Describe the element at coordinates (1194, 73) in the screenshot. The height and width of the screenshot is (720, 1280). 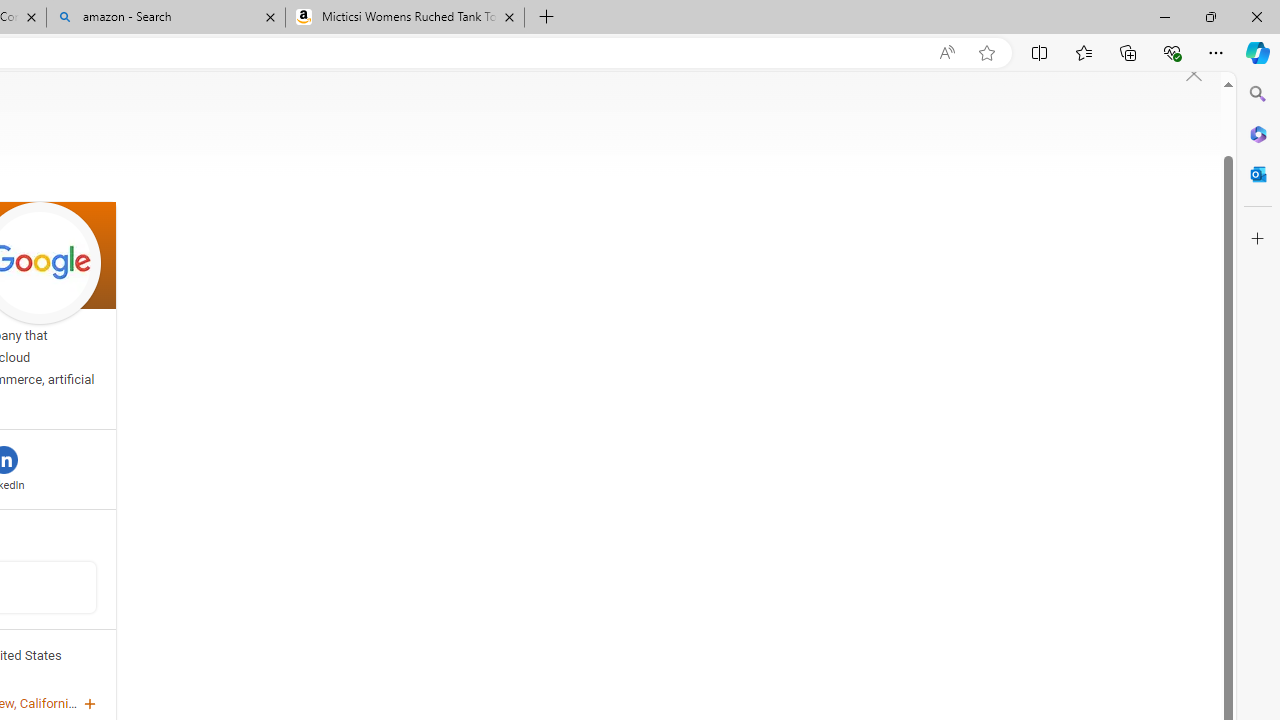
I see `'Class: rms_img'` at that location.